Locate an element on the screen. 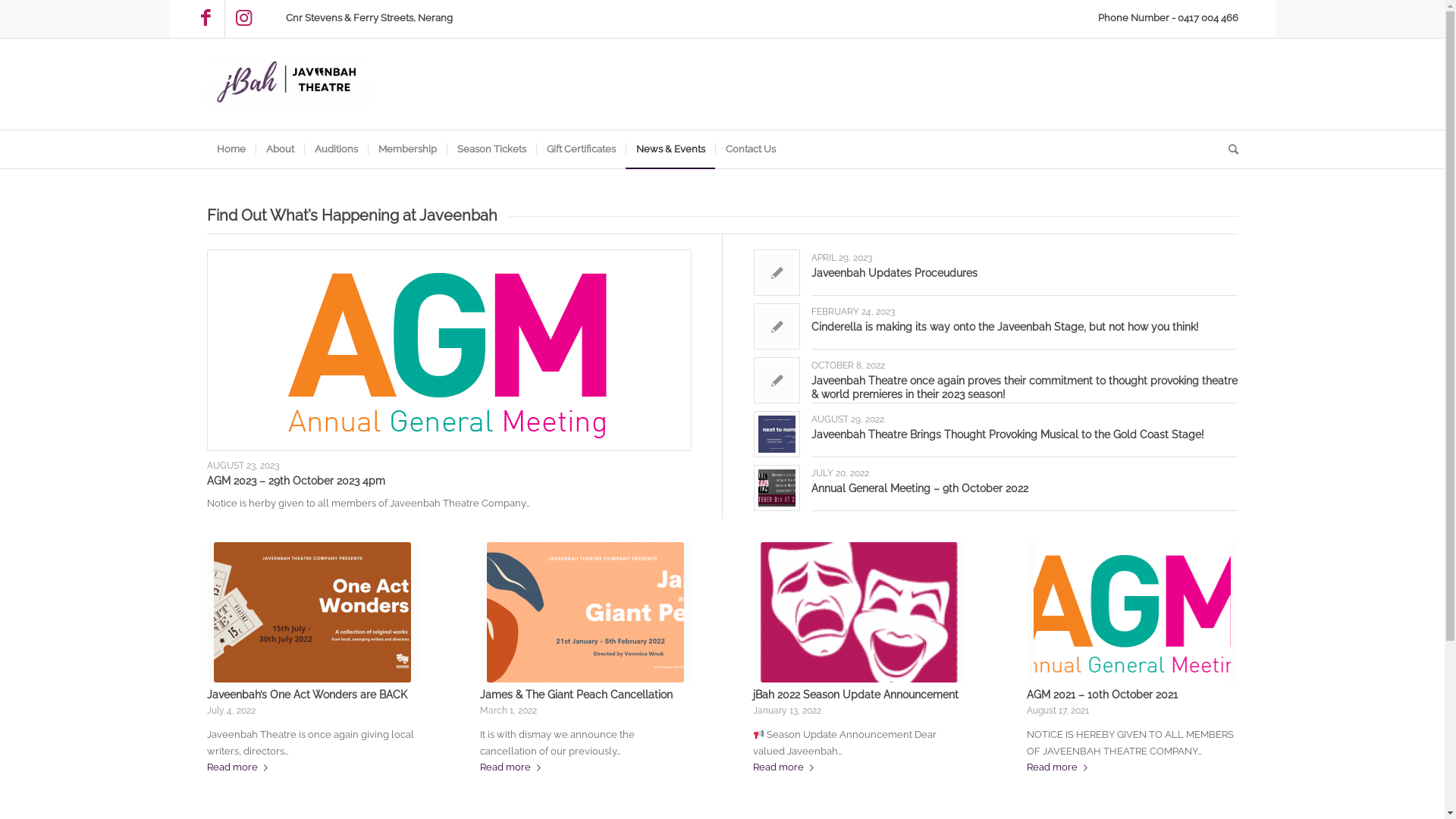 Image resolution: width=1456 pixels, height=819 pixels. 'Cnr Stevens & Ferry Streets, Nerang' is located at coordinates (368, 17).